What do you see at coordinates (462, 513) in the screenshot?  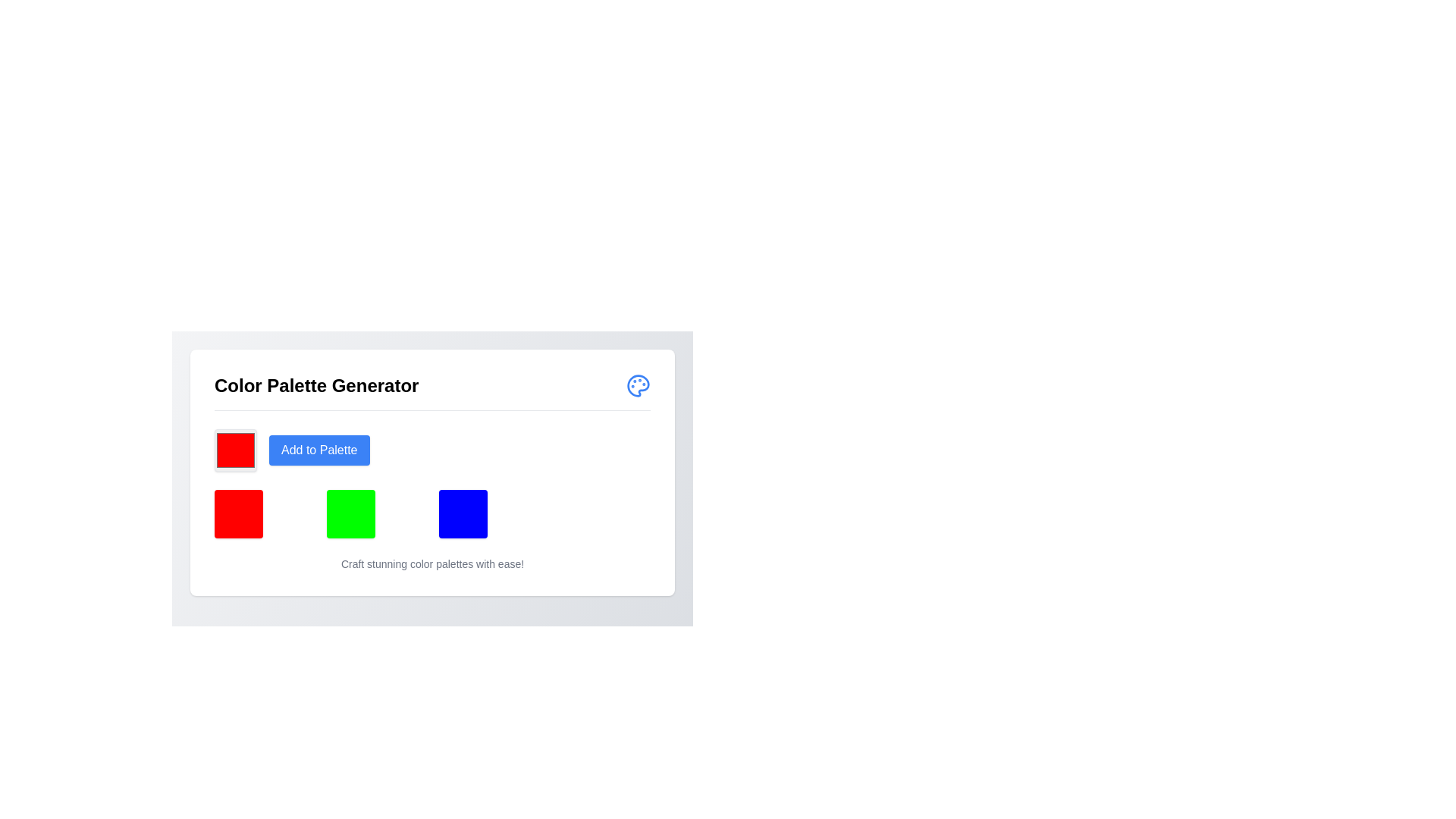 I see `the blue color block in the palette generator` at bounding box center [462, 513].